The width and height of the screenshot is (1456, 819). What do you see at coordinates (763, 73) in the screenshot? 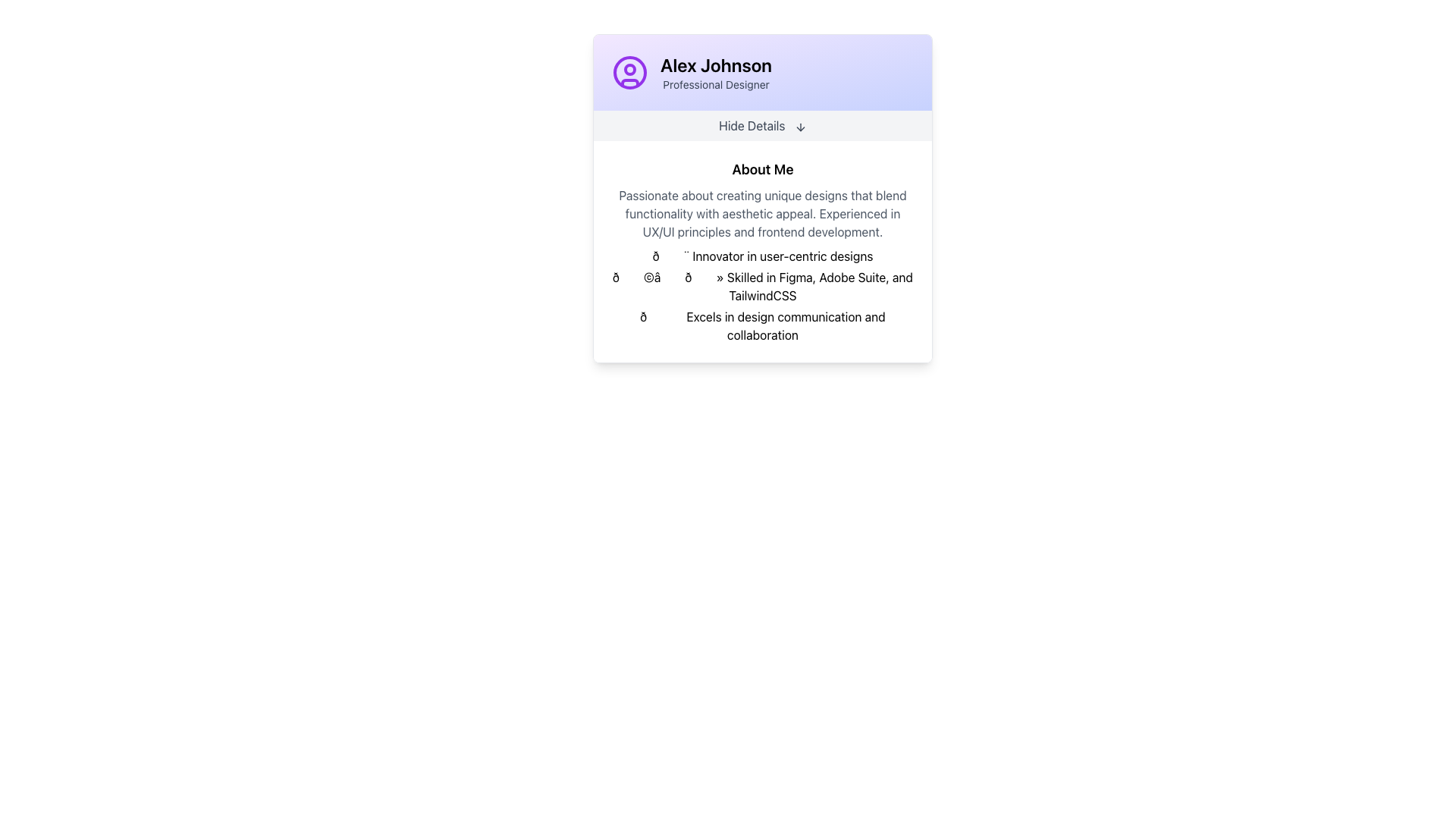
I see `the Profile header element that displays the user's name and designation, located at the top left section of the card layout` at bounding box center [763, 73].